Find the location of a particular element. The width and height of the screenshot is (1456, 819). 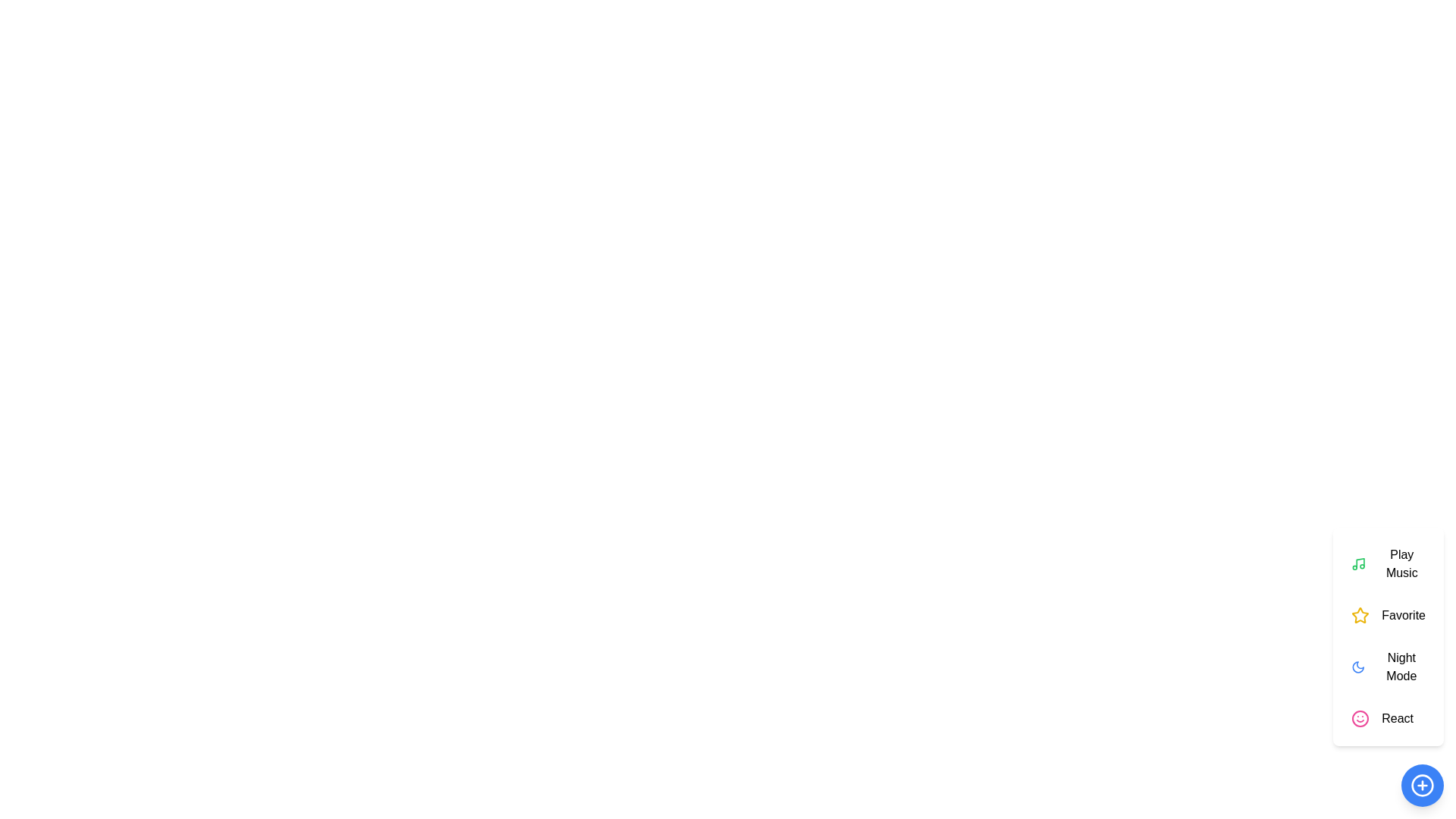

the 'Favorite' button to select the action is located at coordinates (1388, 616).